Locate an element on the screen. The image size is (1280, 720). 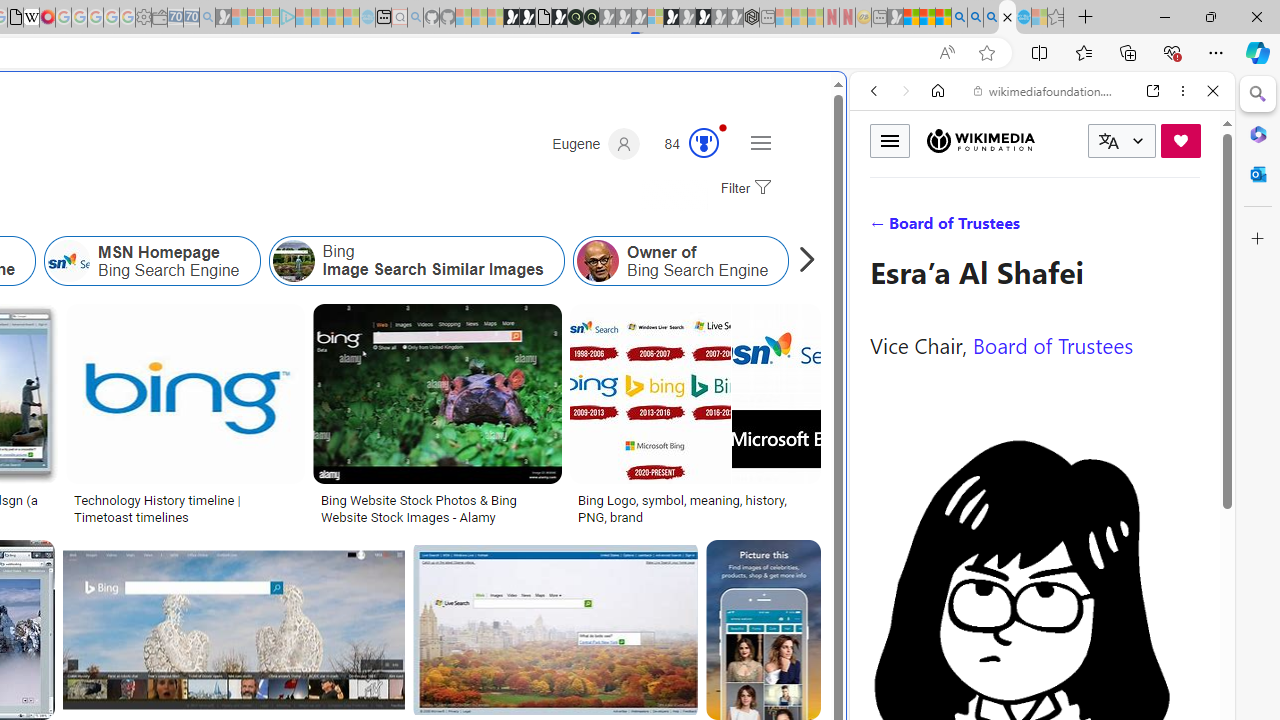
'Wallet - Sleeping' is located at coordinates (160, 17).